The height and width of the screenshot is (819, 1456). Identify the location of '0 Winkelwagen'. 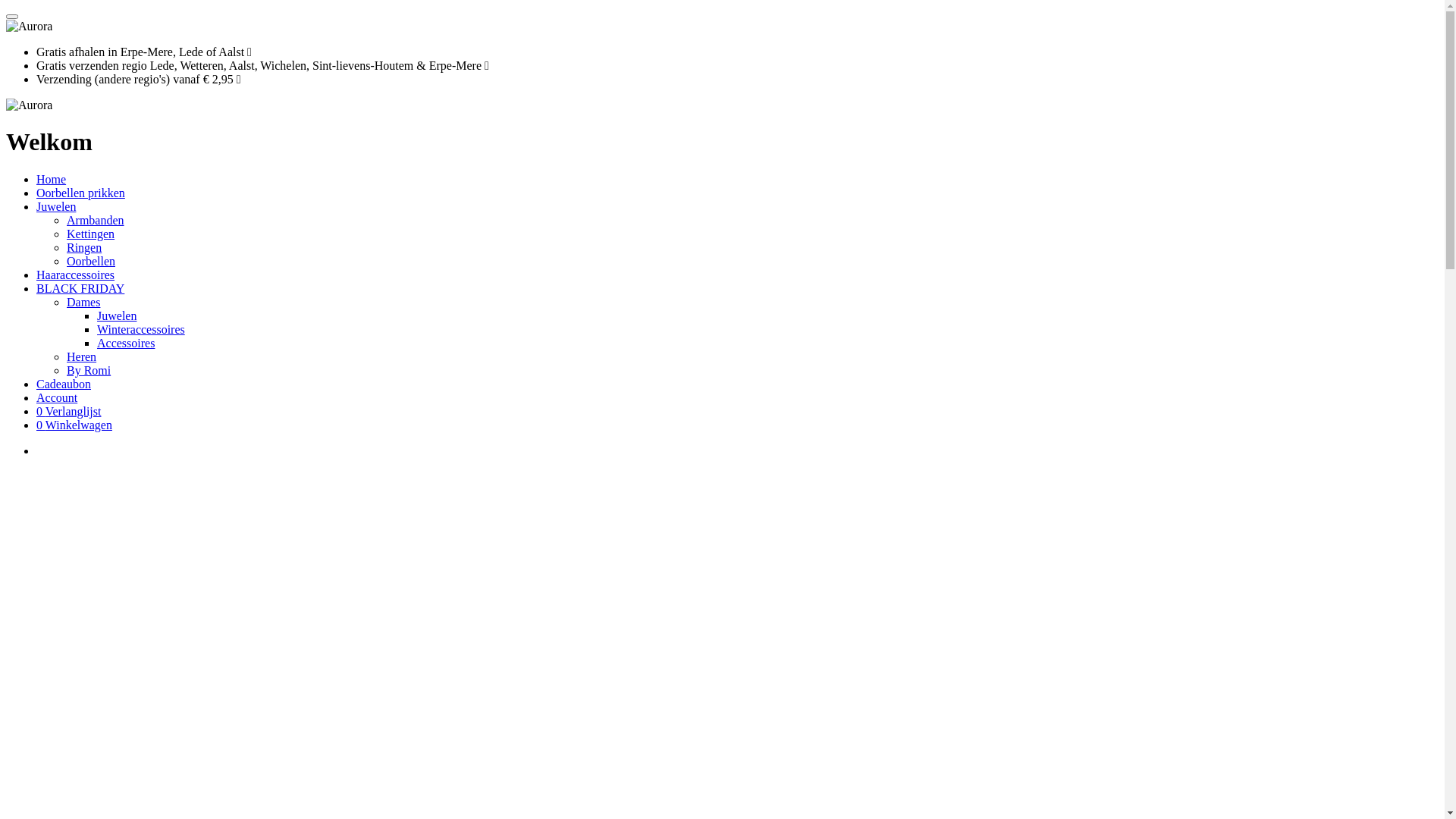
(73, 425).